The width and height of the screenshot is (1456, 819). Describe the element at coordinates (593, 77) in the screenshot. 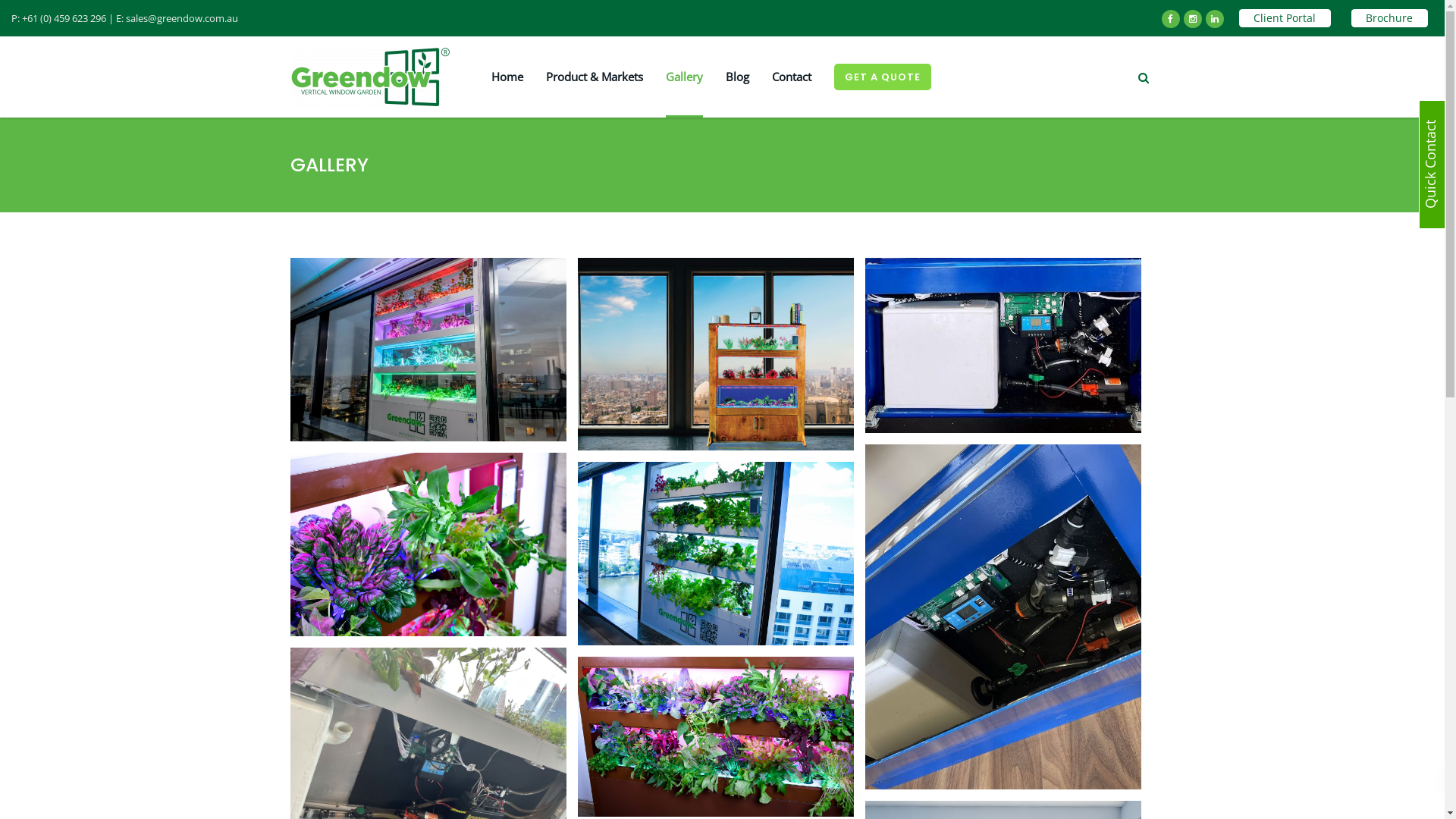

I see `'Product & Markets'` at that location.